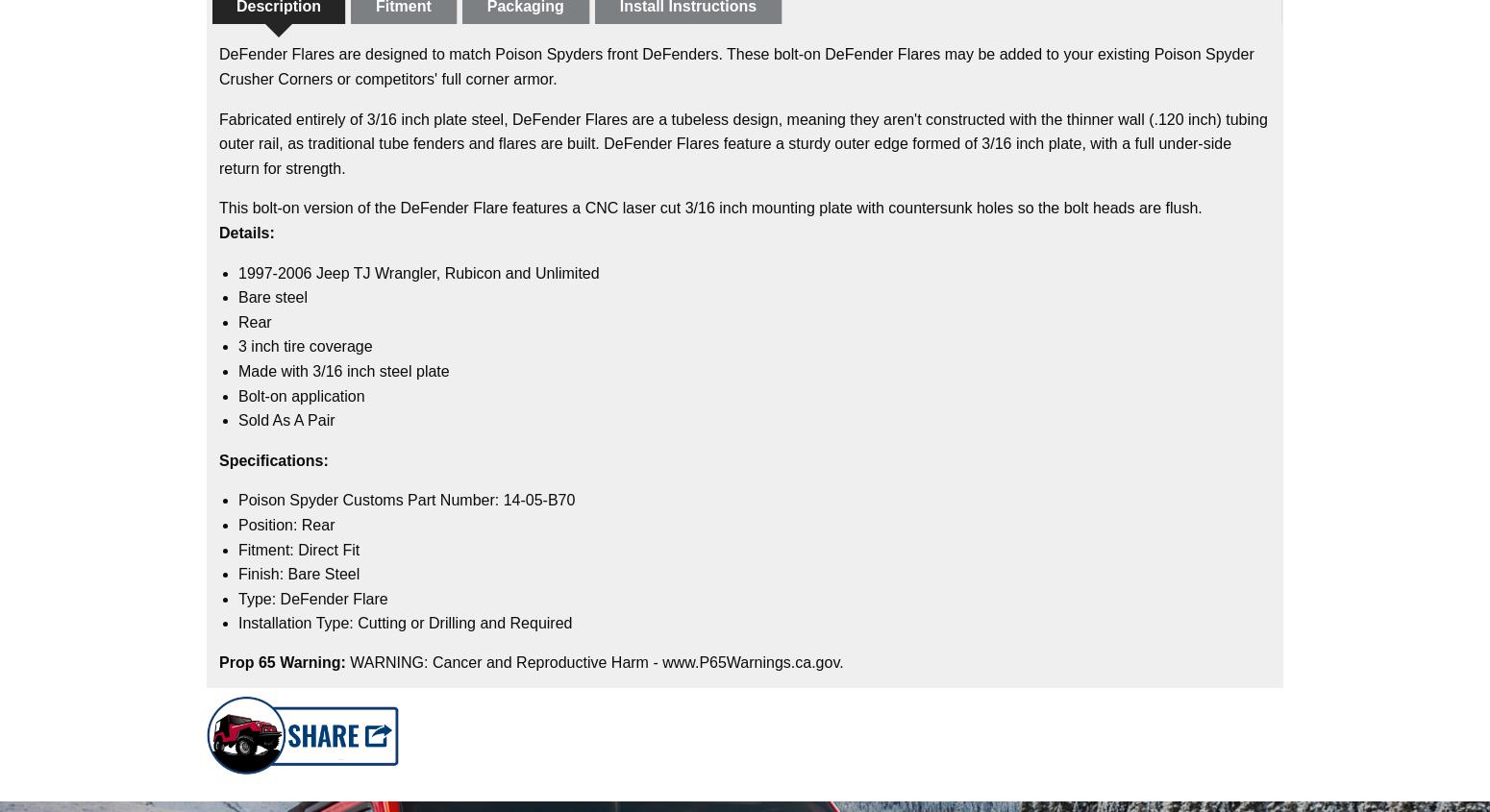 The image size is (1490, 812). Describe the element at coordinates (342, 369) in the screenshot. I see `'Made with 3/16 inch steel plate'` at that location.